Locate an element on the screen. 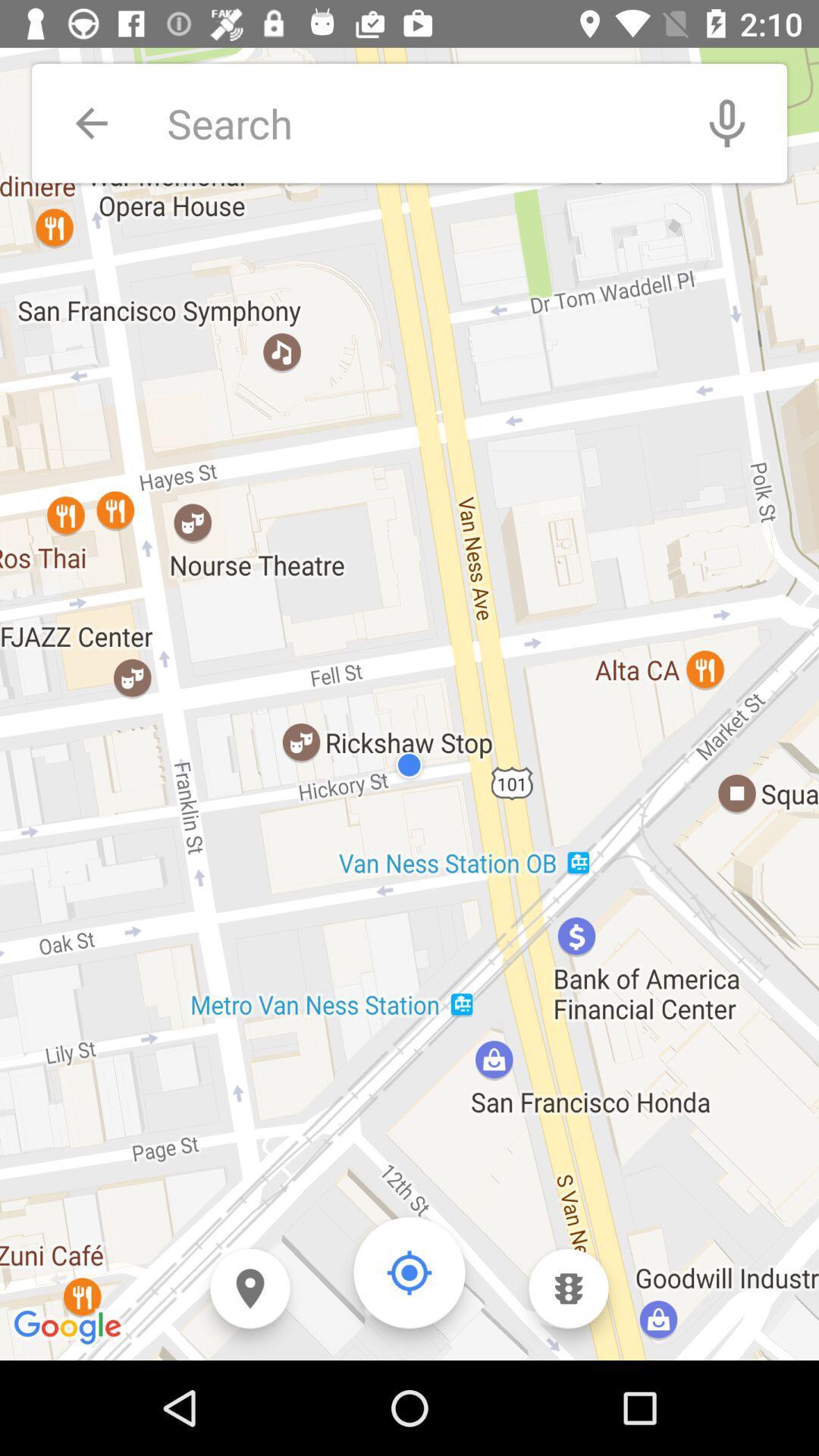  pin a point on map is located at coordinates (249, 1288).